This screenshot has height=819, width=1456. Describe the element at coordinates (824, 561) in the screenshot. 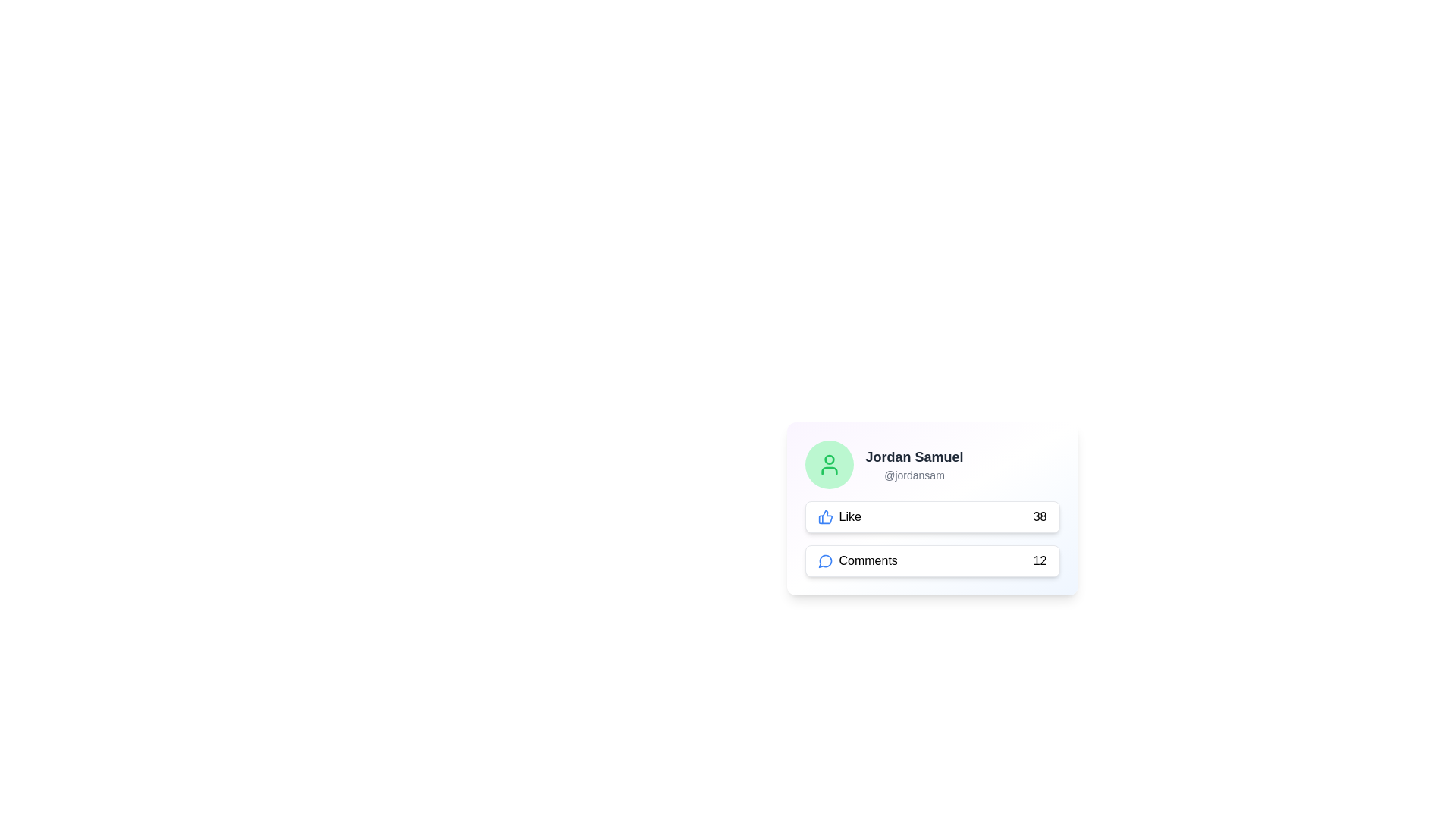

I see `the decorative graphic element within the comment icon SVG, located to the right of the 'Comments' text and above the numeric value (12)` at that location.